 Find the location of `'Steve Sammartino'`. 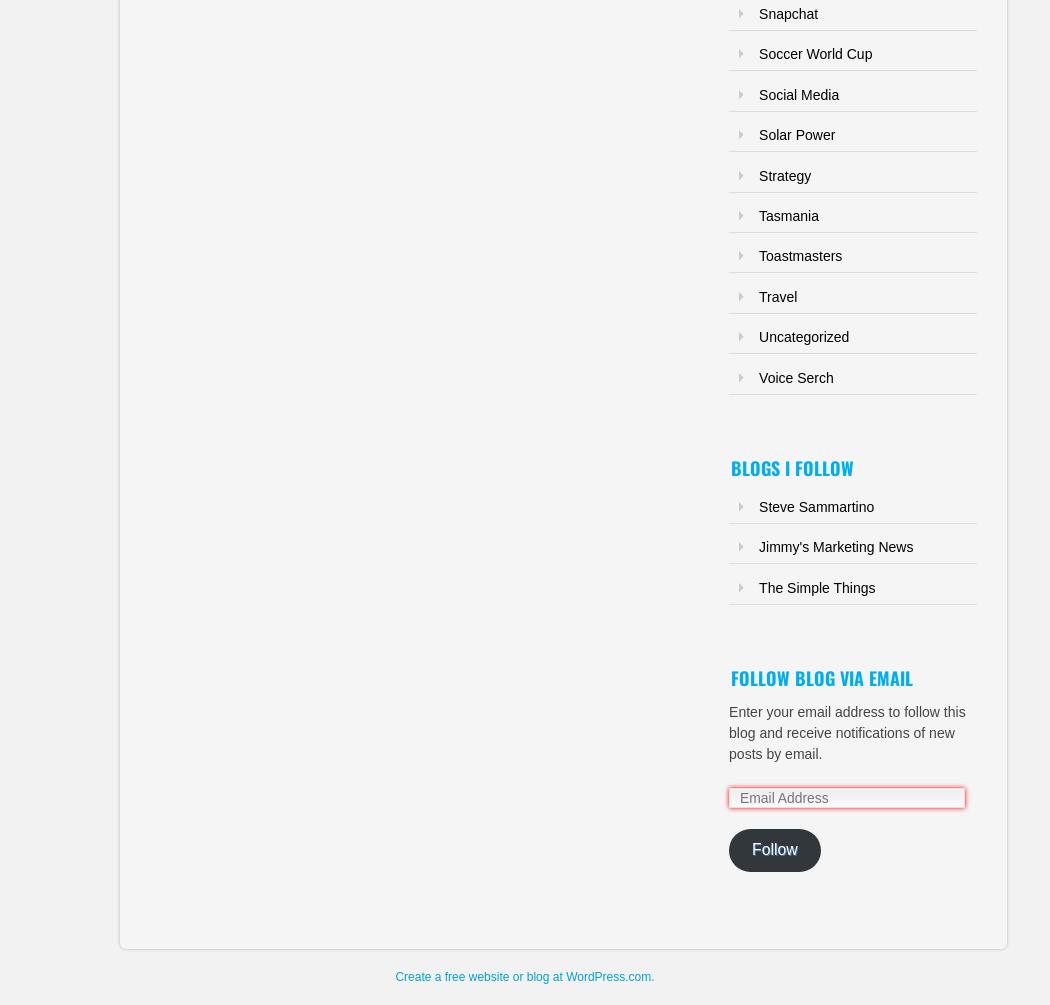

'Steve Sammartino' is located at coordinates (815, 506).